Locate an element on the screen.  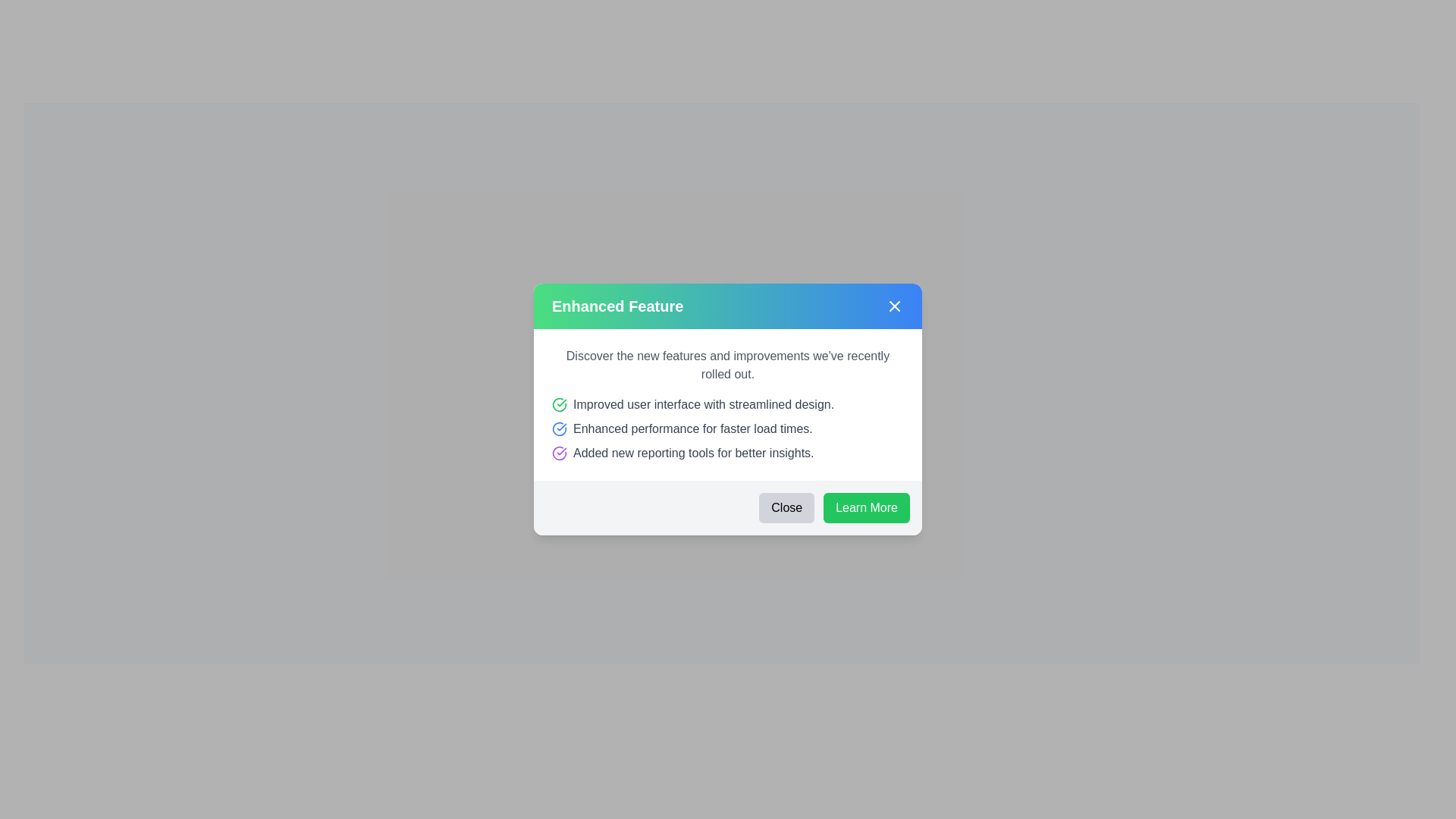
the Text block with icons that provides a summary of product updates and improvements, located near the center of the modal window, below the introductory header text is located at coordinates (728, 429).